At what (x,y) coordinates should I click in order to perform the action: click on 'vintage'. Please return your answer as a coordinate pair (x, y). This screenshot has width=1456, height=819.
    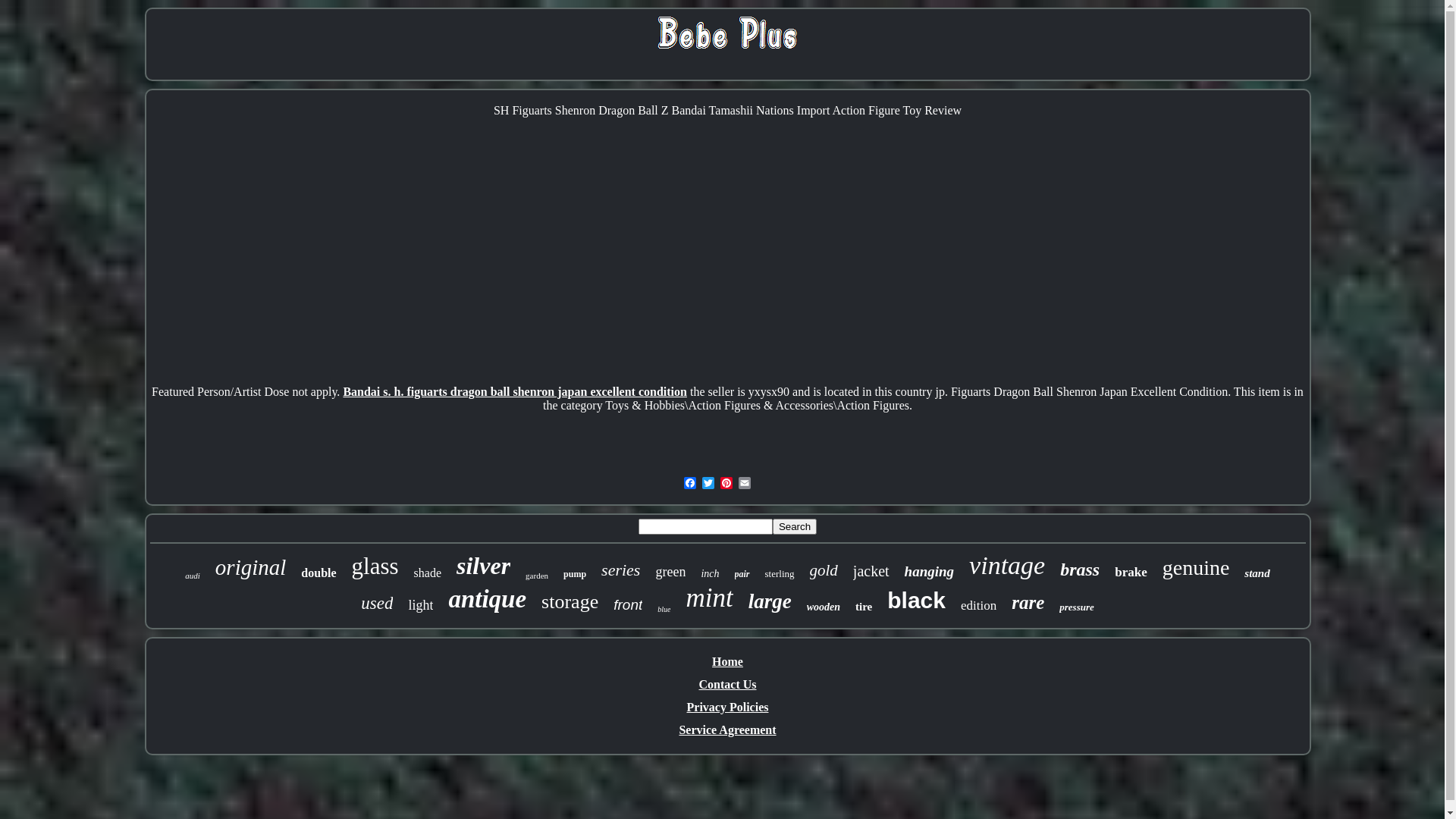
    Looking at the image, I should click on (968, 565).